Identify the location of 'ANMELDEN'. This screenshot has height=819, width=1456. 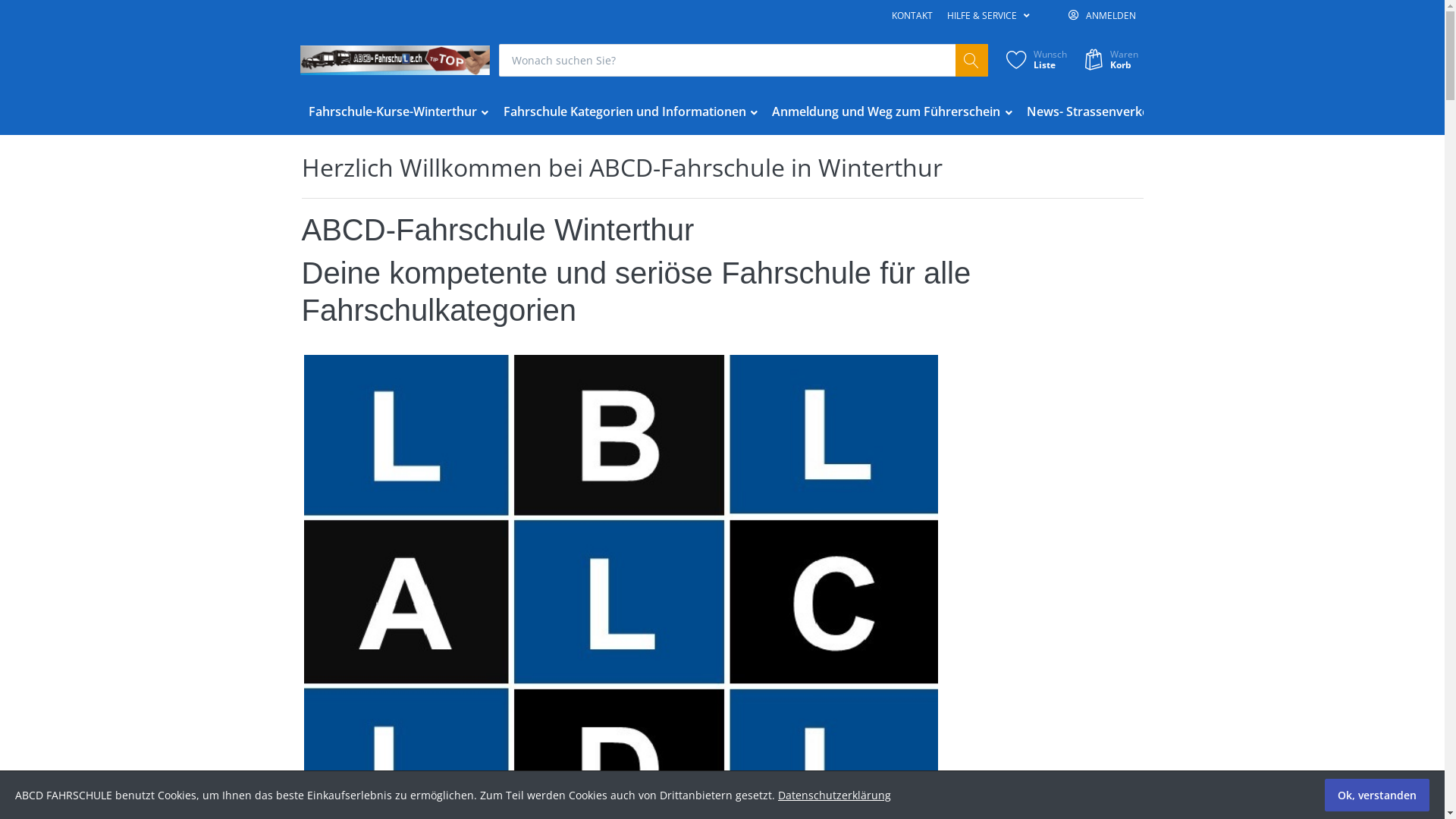
(1102, 15).